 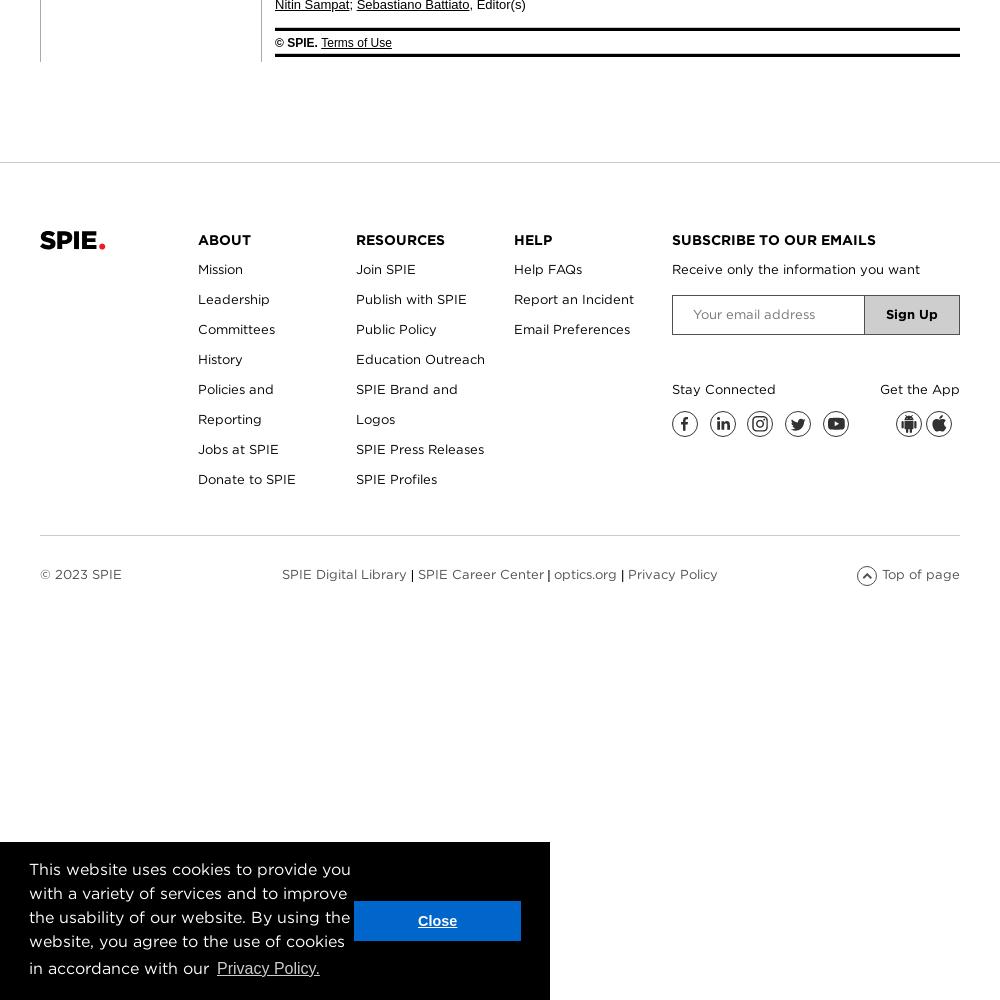 What do you see at coordinates (188, 918) in the screenshot?
I see `'This website uses cookies to provide you with a variety of services and to improve the usability of our website. By using the website, you agree to the use of cookies in accordance with our'` at bounding box center [188, 918].